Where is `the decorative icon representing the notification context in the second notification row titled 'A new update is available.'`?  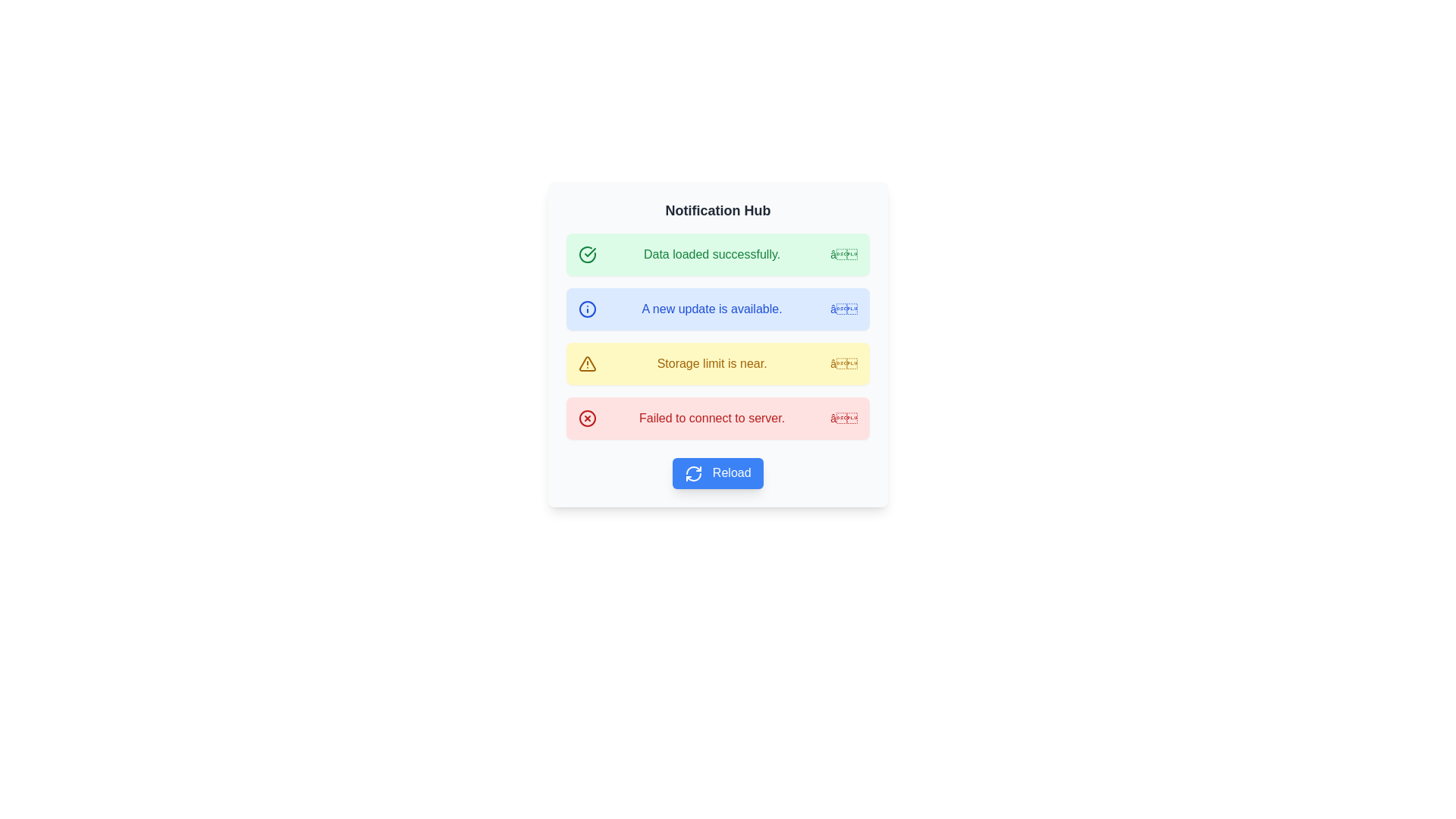
the decorative icon representing the notification context in the second notification row titled 'A new update is available.' is located at coordinates (586, 309).